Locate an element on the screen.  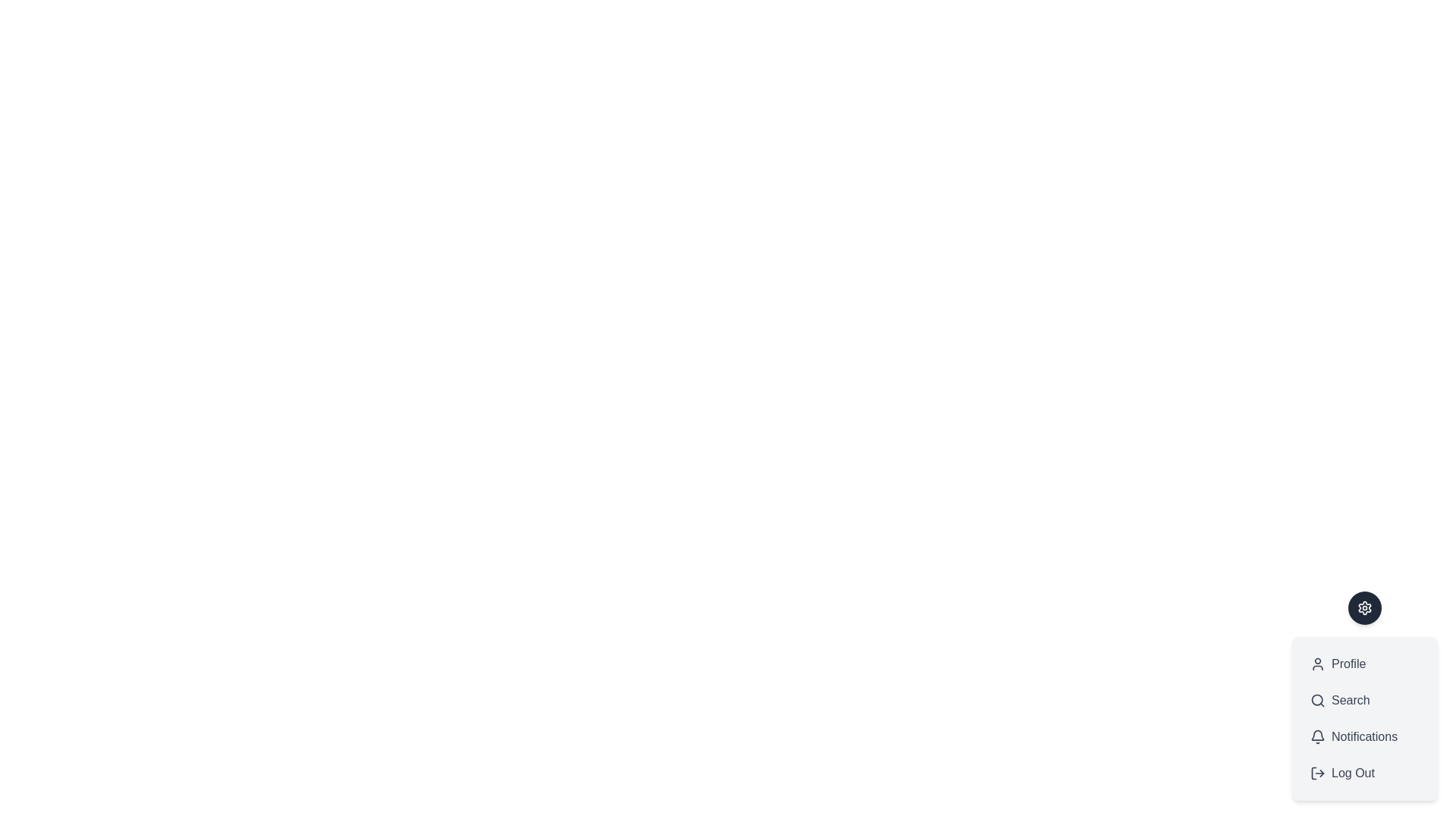
the 'Log Out' text label in the user menu interface, which is displayed in a medium, grayscale font at the bottom of the vertical menu, following 'Notifications' is located at coordinates (1353, 773).